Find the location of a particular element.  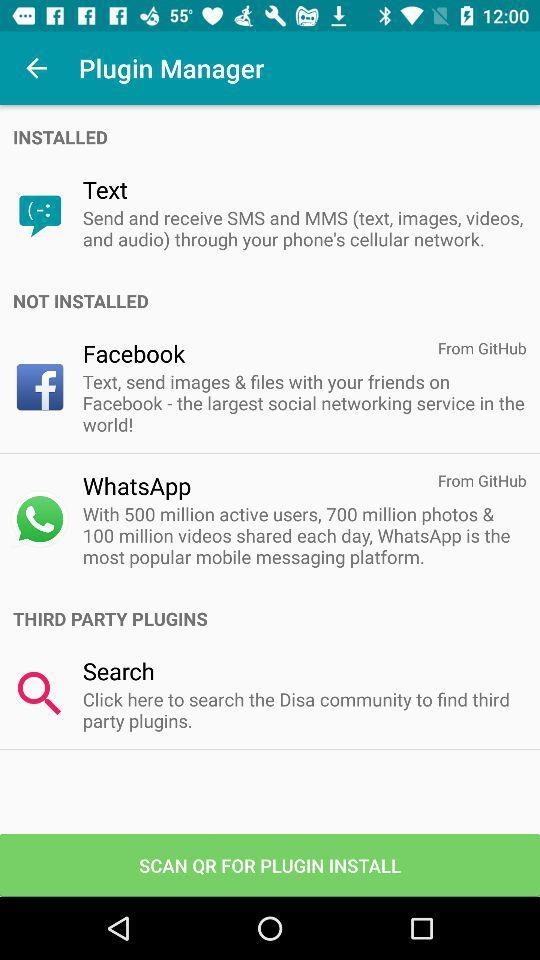

app below the search icon is located at coordinates (303, 710).